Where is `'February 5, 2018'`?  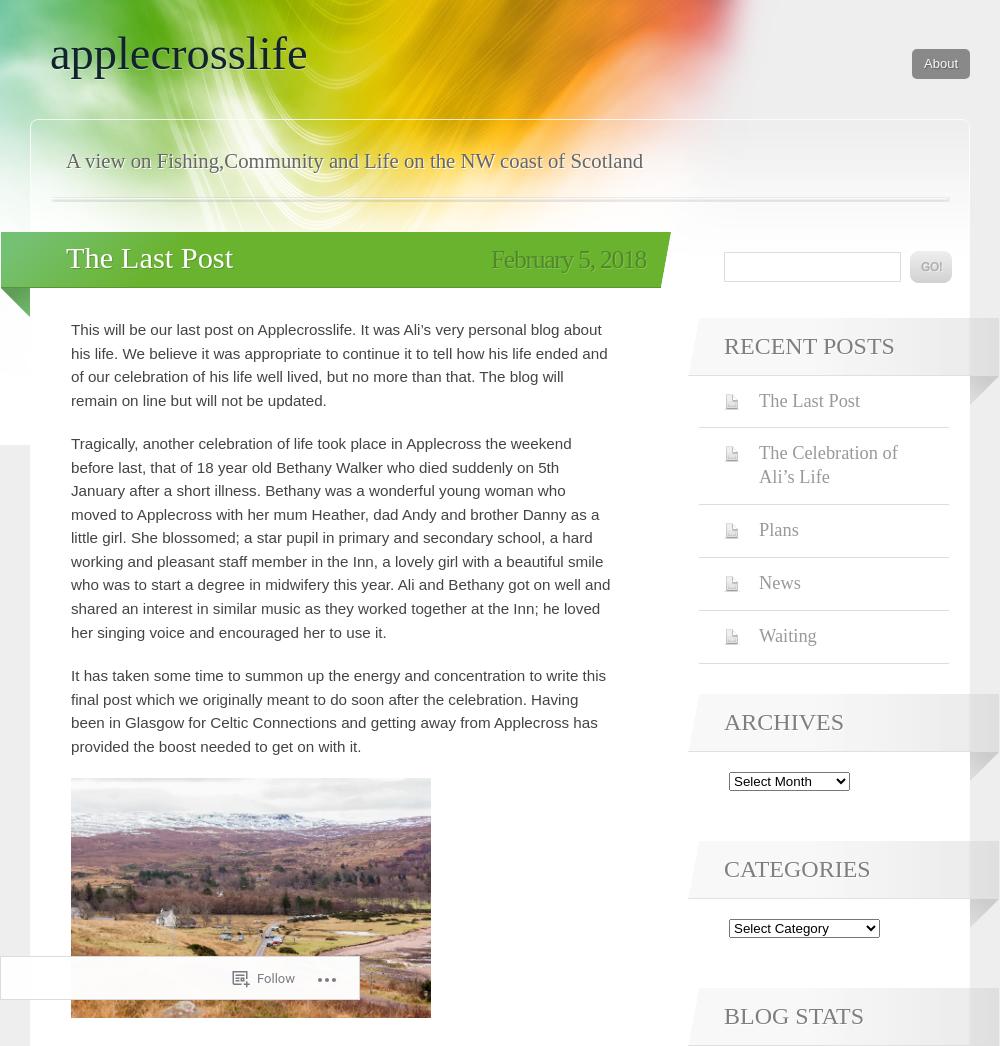
'February 5, 2018' is located at coordinates (567, 257).